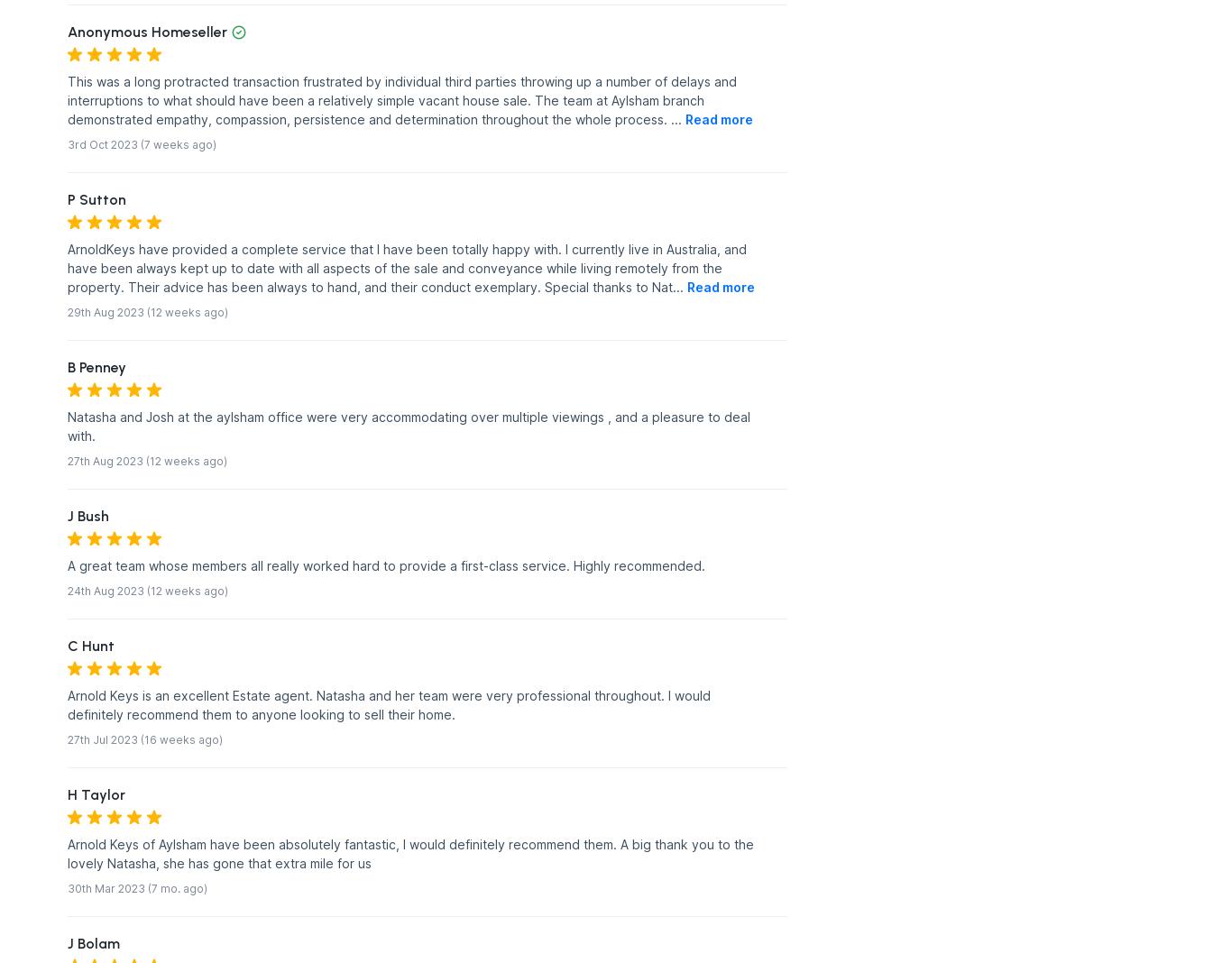 This screenshot has width=1232, height=963. I want to click on 'J Bolam', so click(93, 943).